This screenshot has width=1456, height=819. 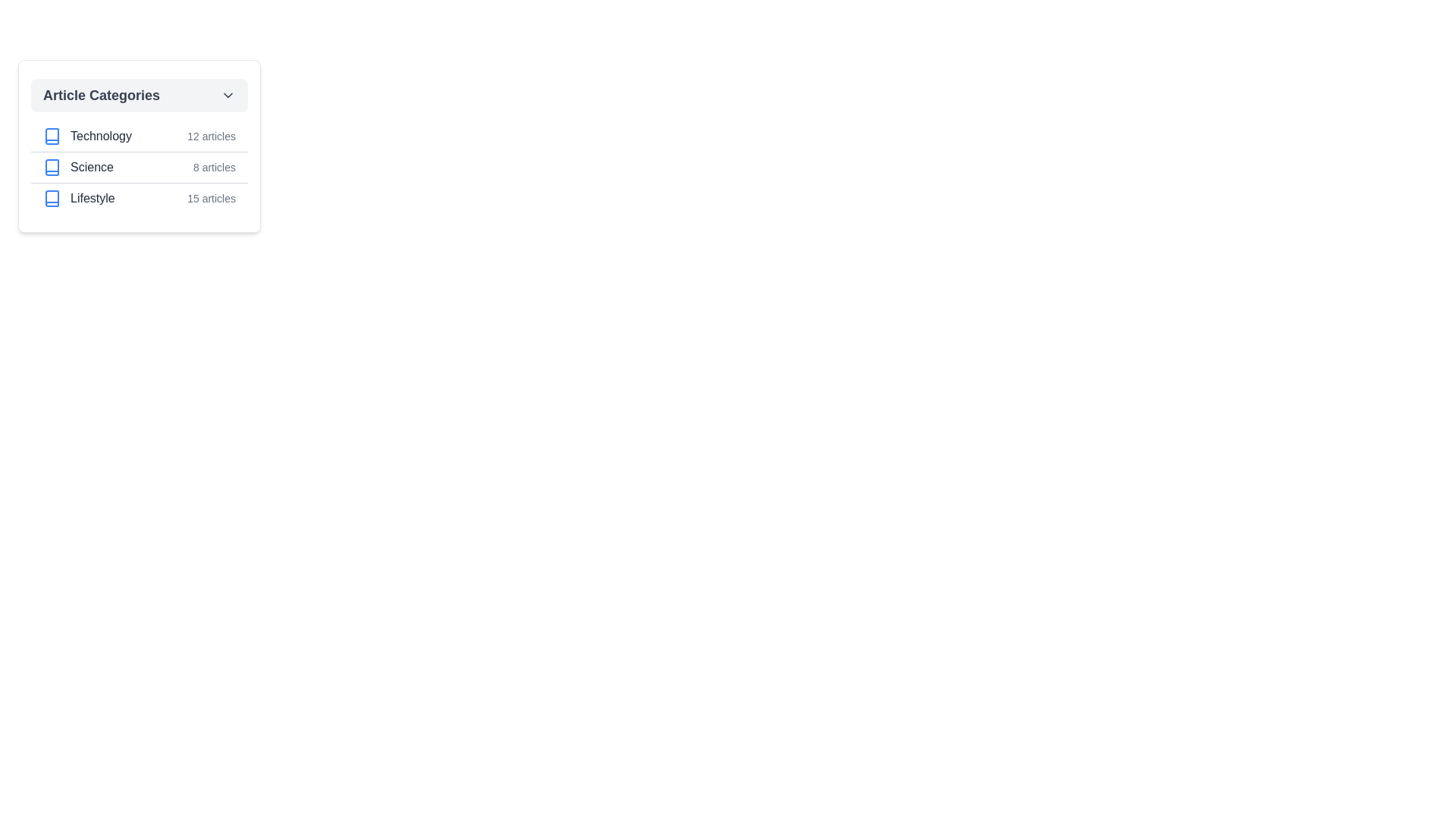 What do you see at coordinates (152, 167) in the screenshot?
I see `the 'Science 8 articles' list item, which is the second item in a vertical list of article categories` at bounding box center [152, 167].